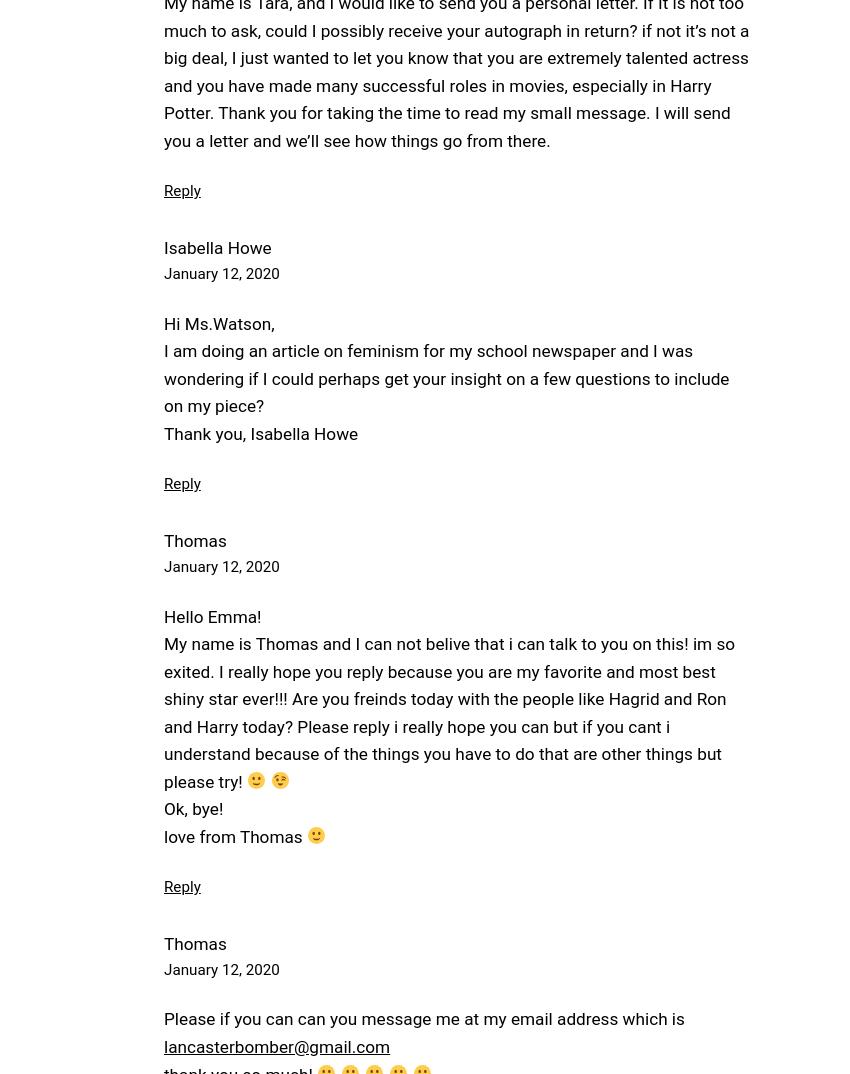  Describe the element at coordinates (445, 378) in the screenshot. I see `'I am doing an article on feminism for my school newspaper and I was wondering if I could perhaps get your insight on a few questions to include on my piece?'` at that location.